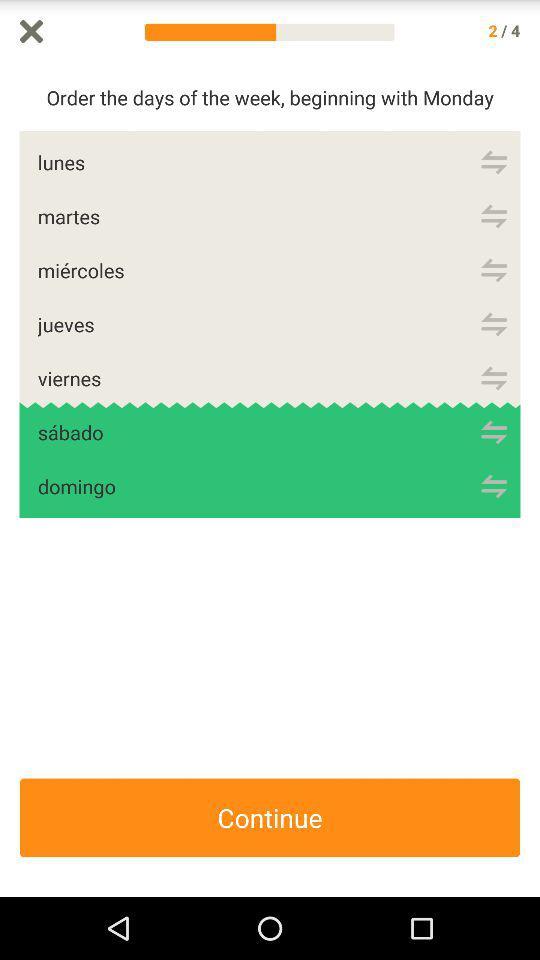 This screenshot has width=540, height=960. Describe the element at coordinates (493, 485) in the screenshot. I see `domingo option` at that location.